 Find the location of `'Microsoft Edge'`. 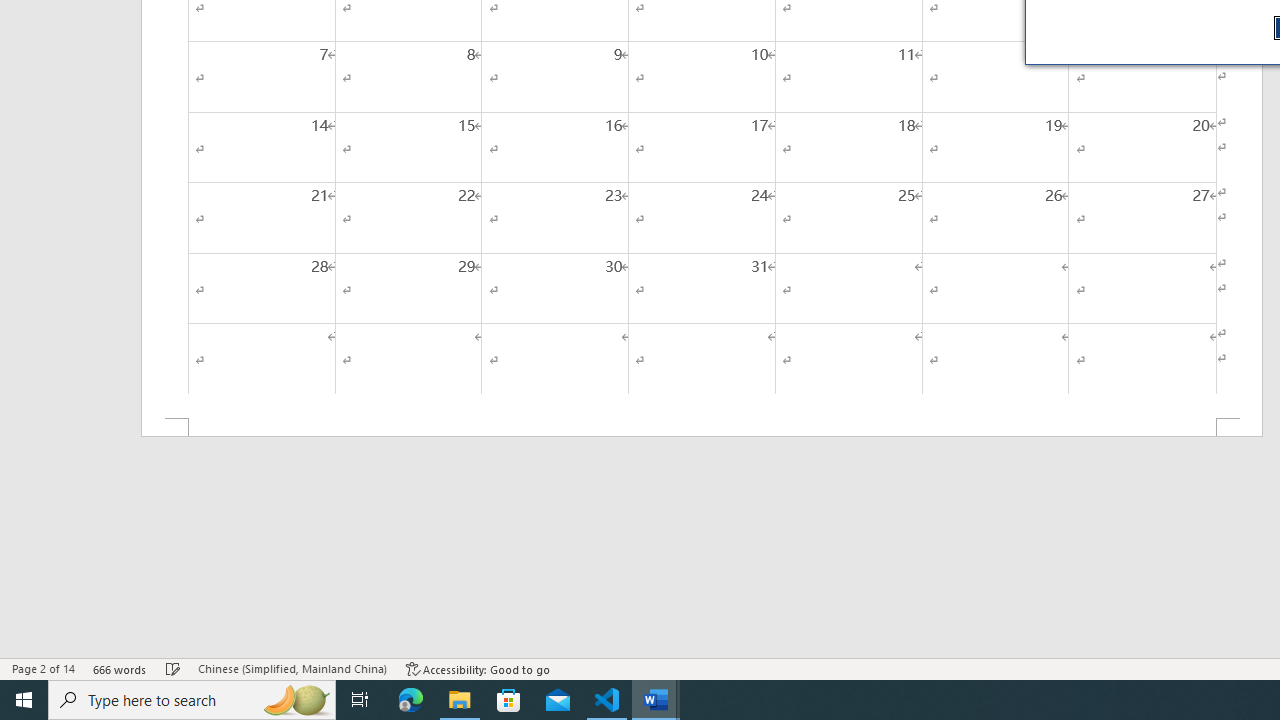

'Microsoft Edge' is located at coordinates (410, 698).